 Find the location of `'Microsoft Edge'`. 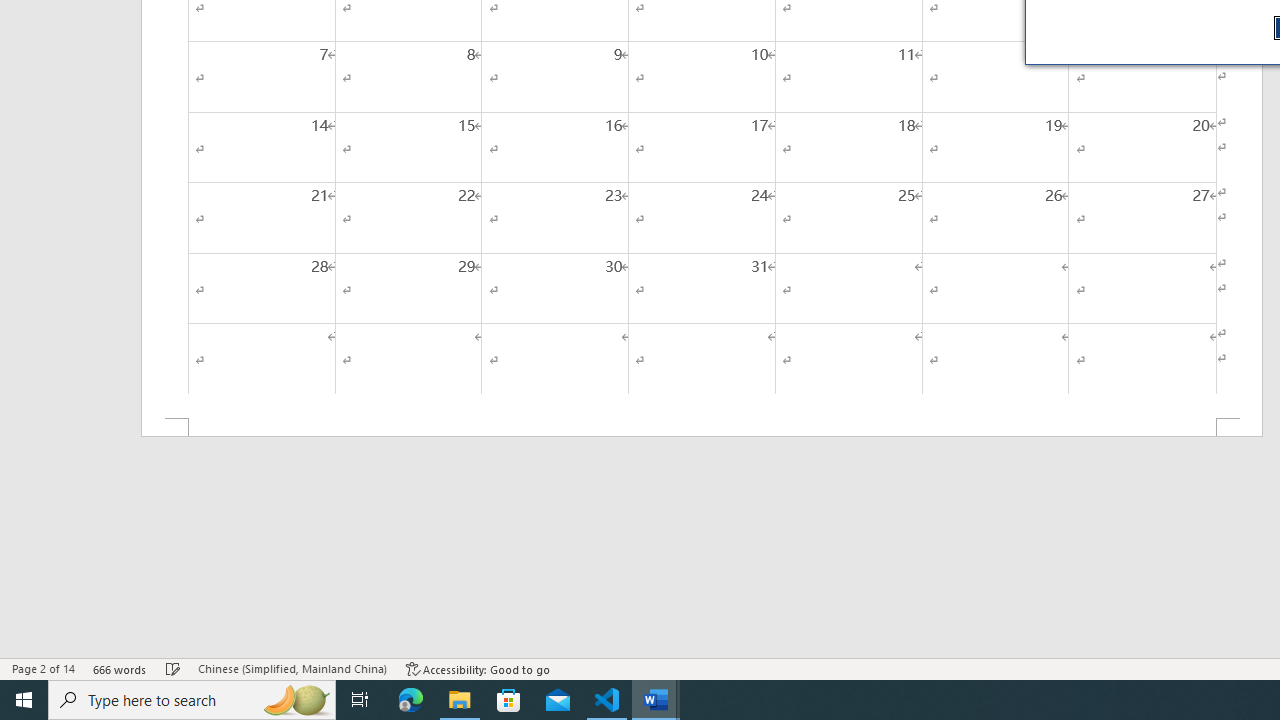

'Microsoft Edge' is located at coordinates (410, 698).